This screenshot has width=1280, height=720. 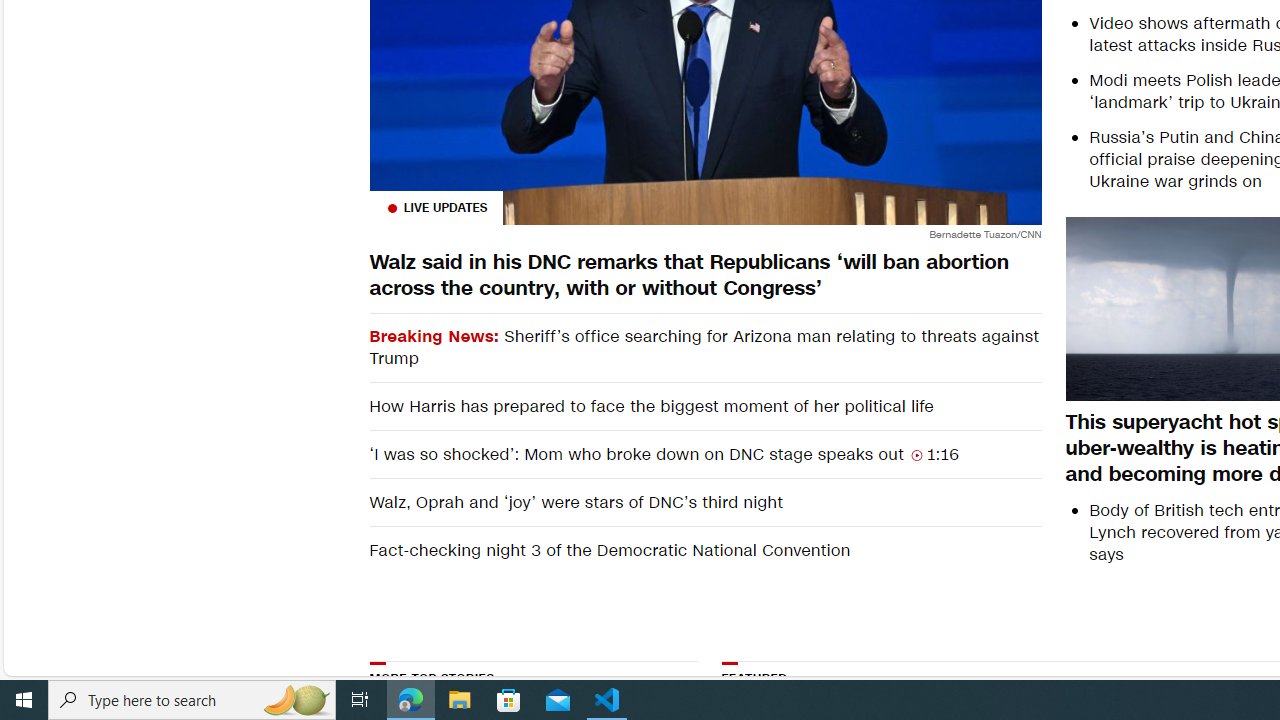 I want to click on 'Task View', so click(x=359, y=698).